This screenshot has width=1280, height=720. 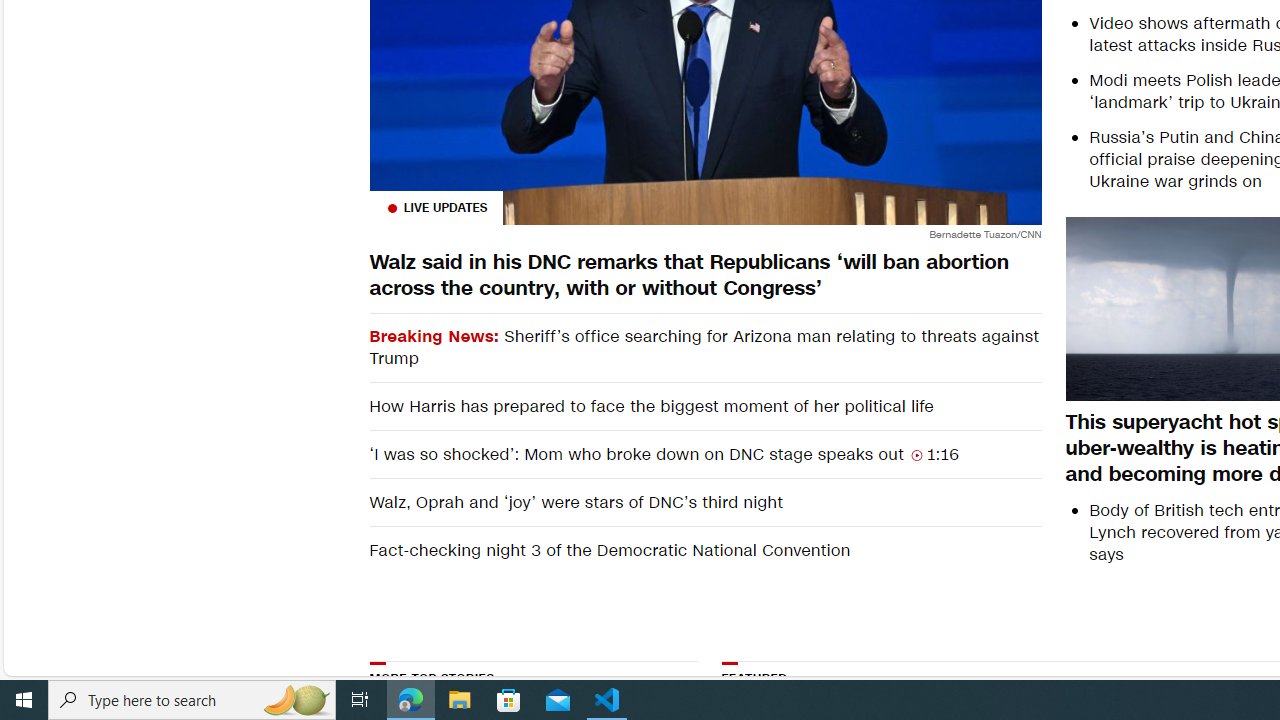 I want to click on 'Task View', so click(x=359, y=698).